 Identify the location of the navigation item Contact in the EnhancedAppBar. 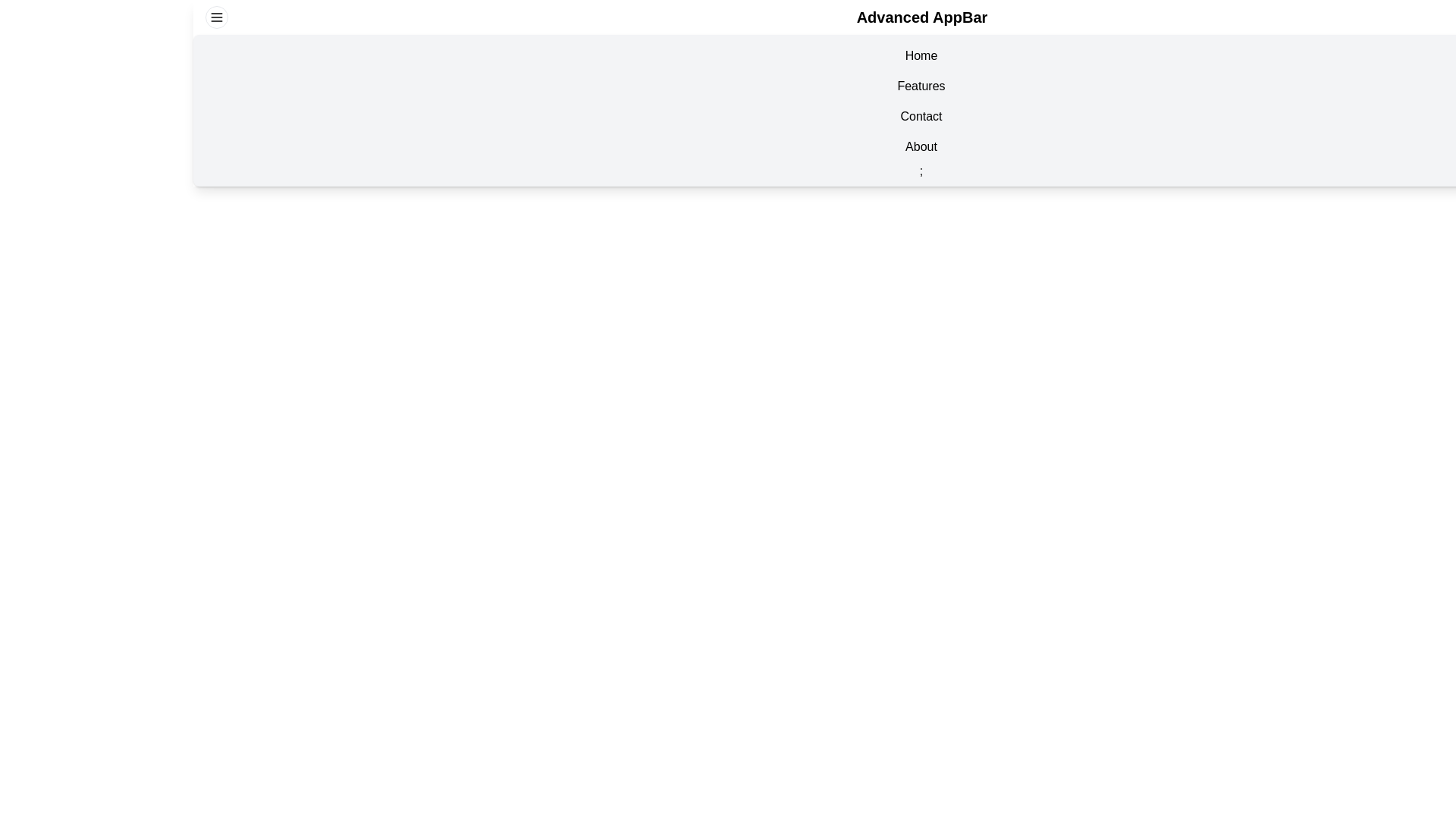
(920, 116).